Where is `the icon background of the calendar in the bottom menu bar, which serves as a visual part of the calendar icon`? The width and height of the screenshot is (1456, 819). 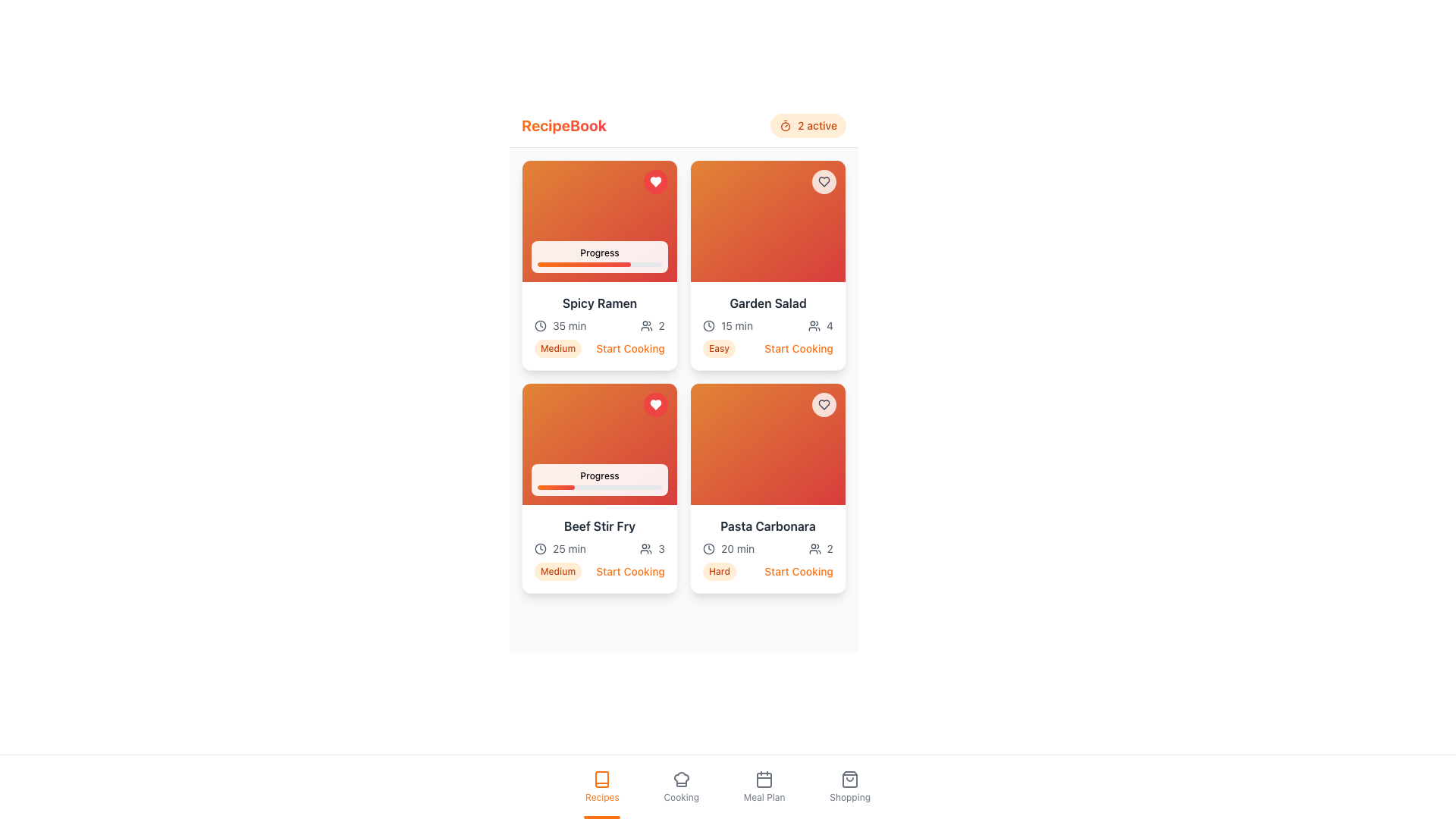 the icon background of the calendar in the bottom menu bar, which serves as a visual part of the calendar icon is located at coordinates (764, 780).